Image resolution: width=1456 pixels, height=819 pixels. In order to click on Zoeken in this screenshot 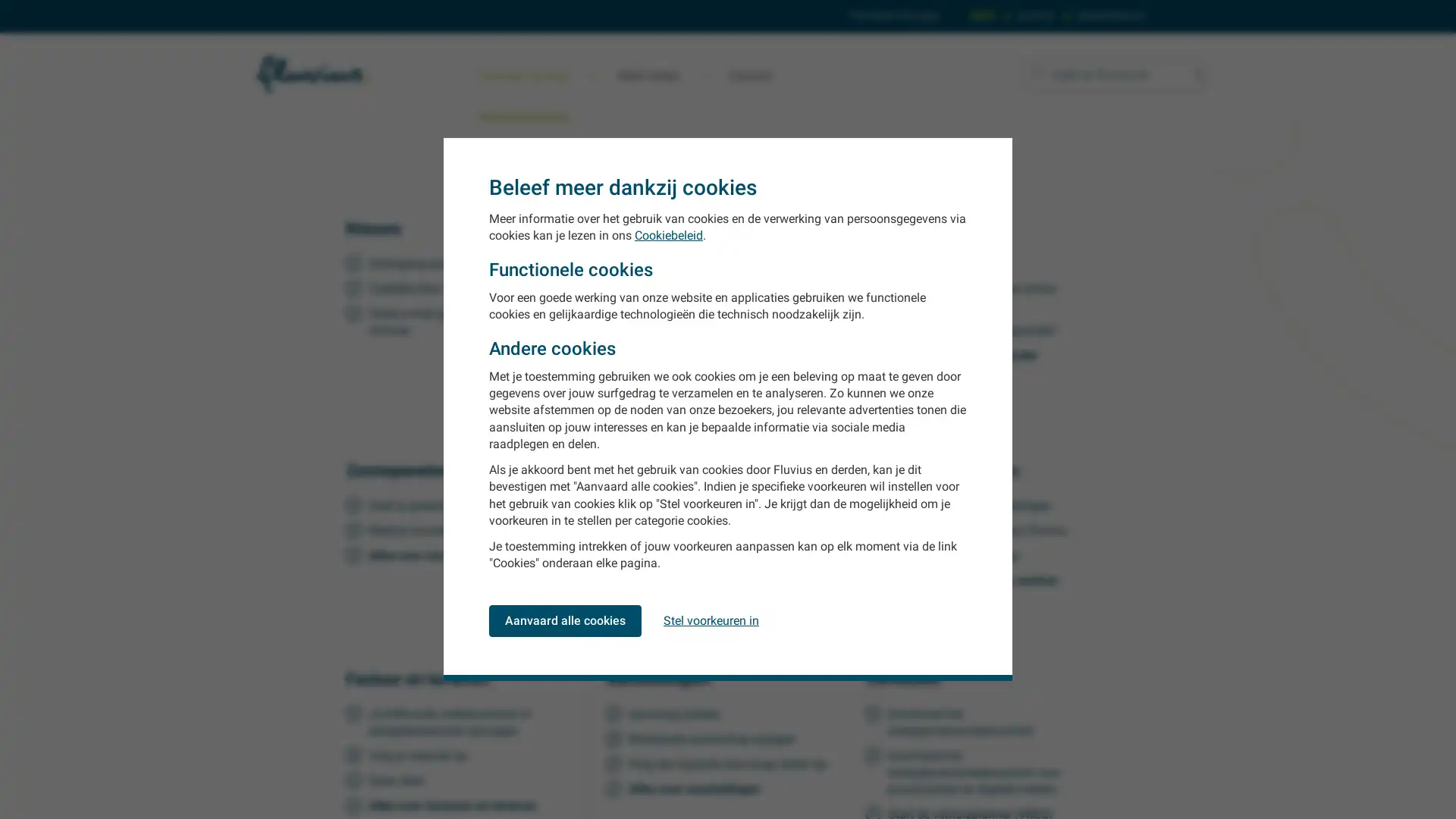, I will do `click(1037, 74)`.